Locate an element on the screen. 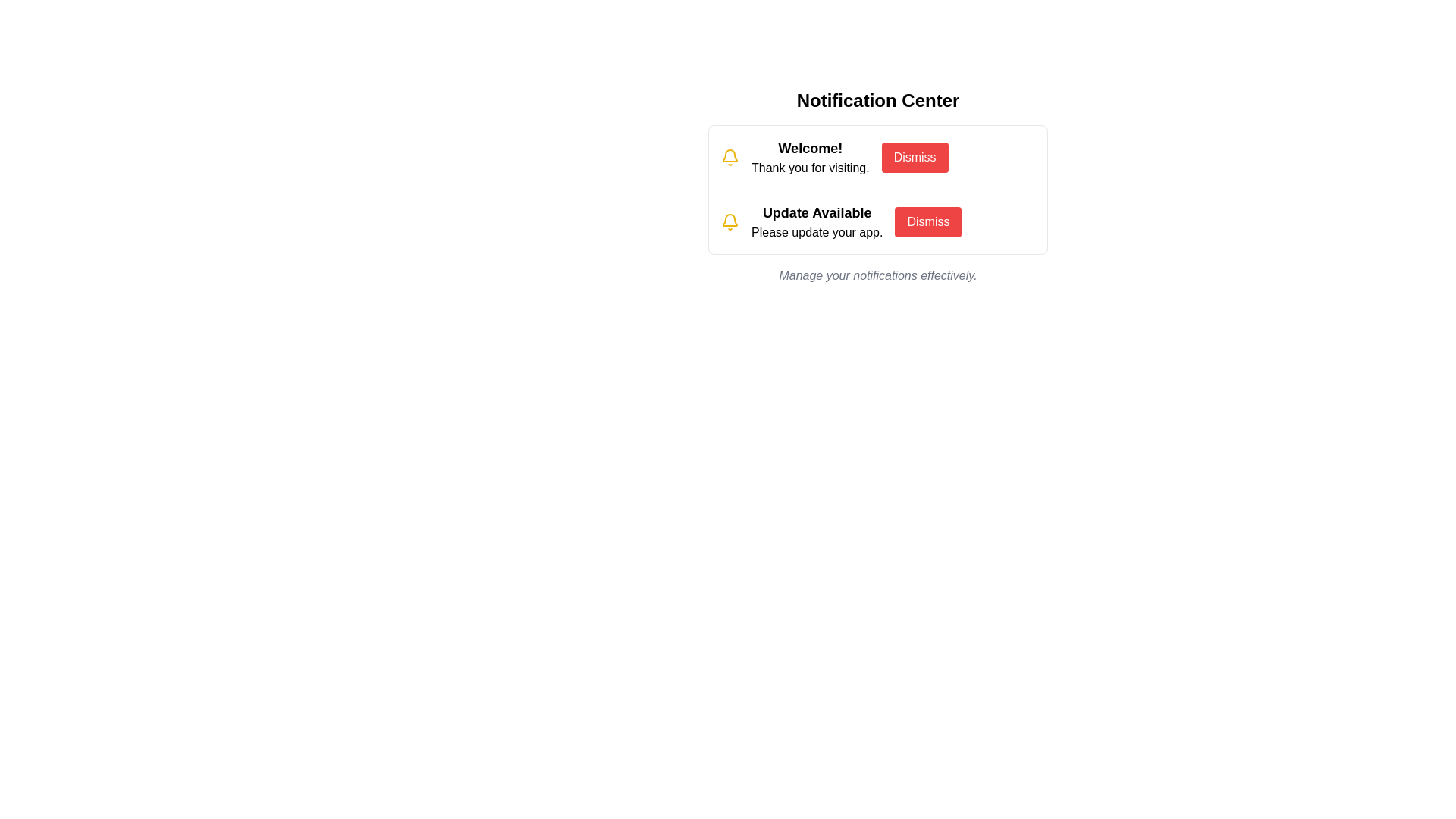  the notification icon that represents alerts or messages associated with the 'Welcome!' text, located in the notification center is located at coordinates (730, 158).